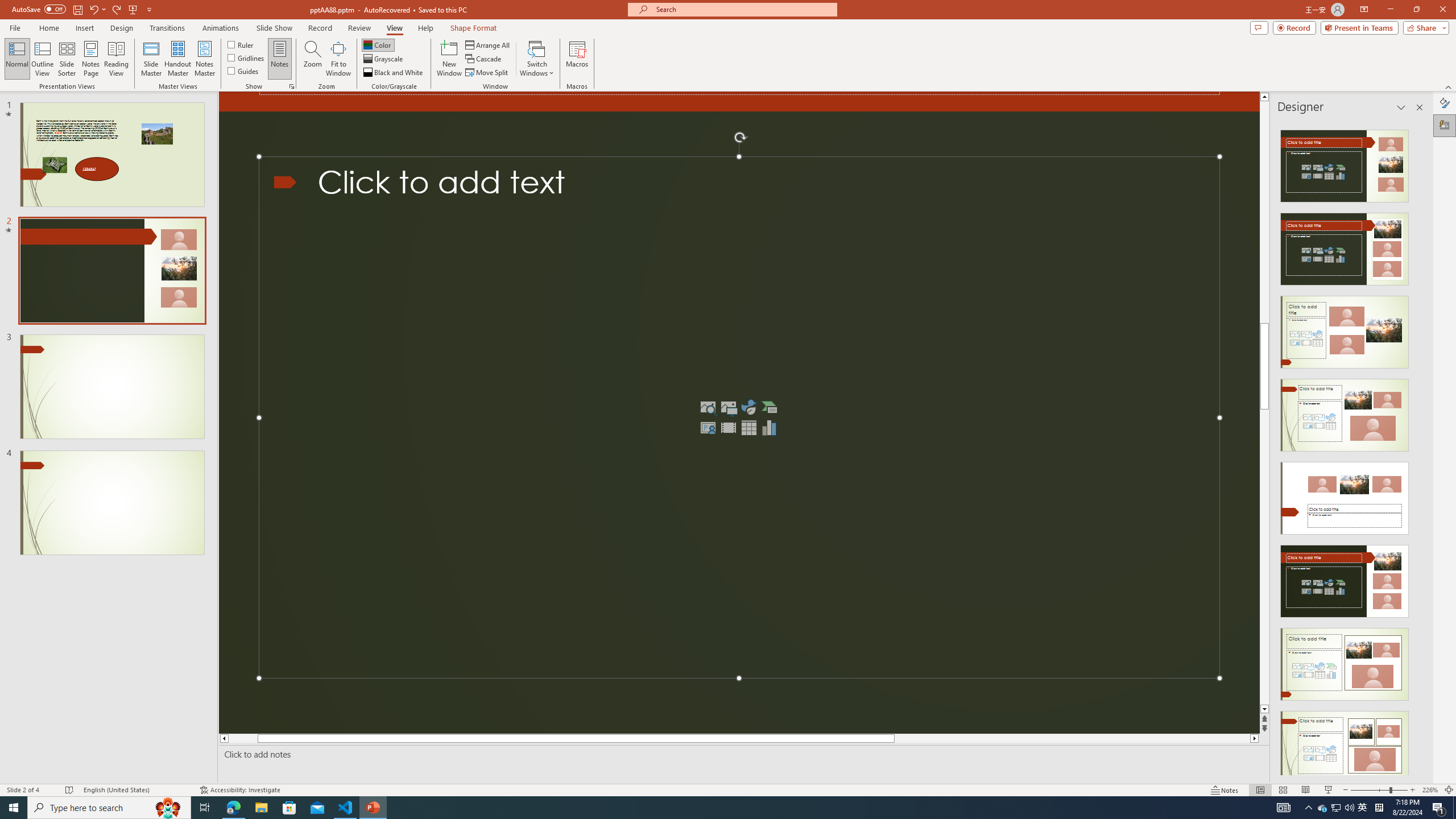  I want to click on 'Stock Images', so click(708, 407).